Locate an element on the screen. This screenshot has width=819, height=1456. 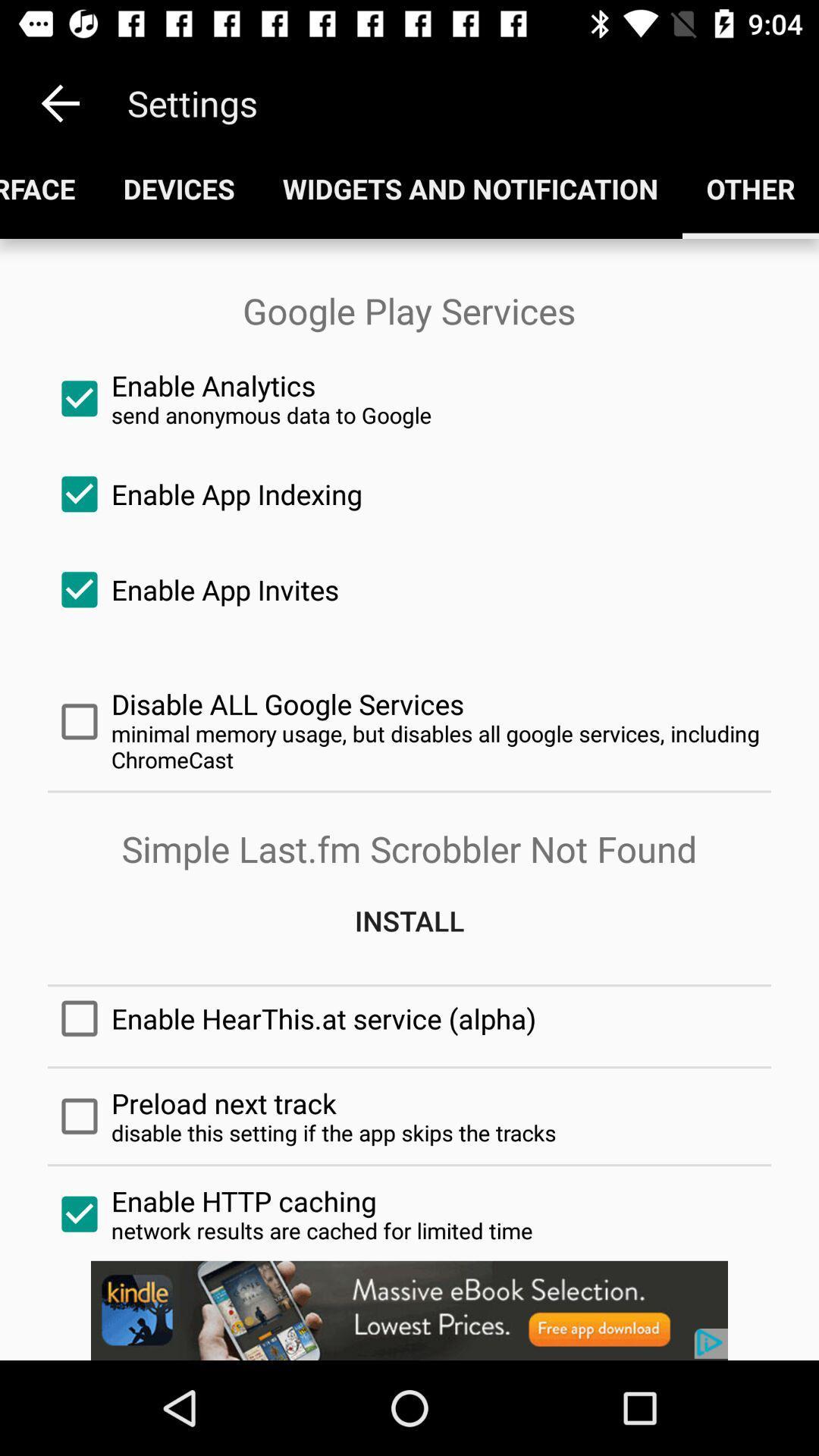
the text which is right to widgets and notification is located at coordinates (751, 188).